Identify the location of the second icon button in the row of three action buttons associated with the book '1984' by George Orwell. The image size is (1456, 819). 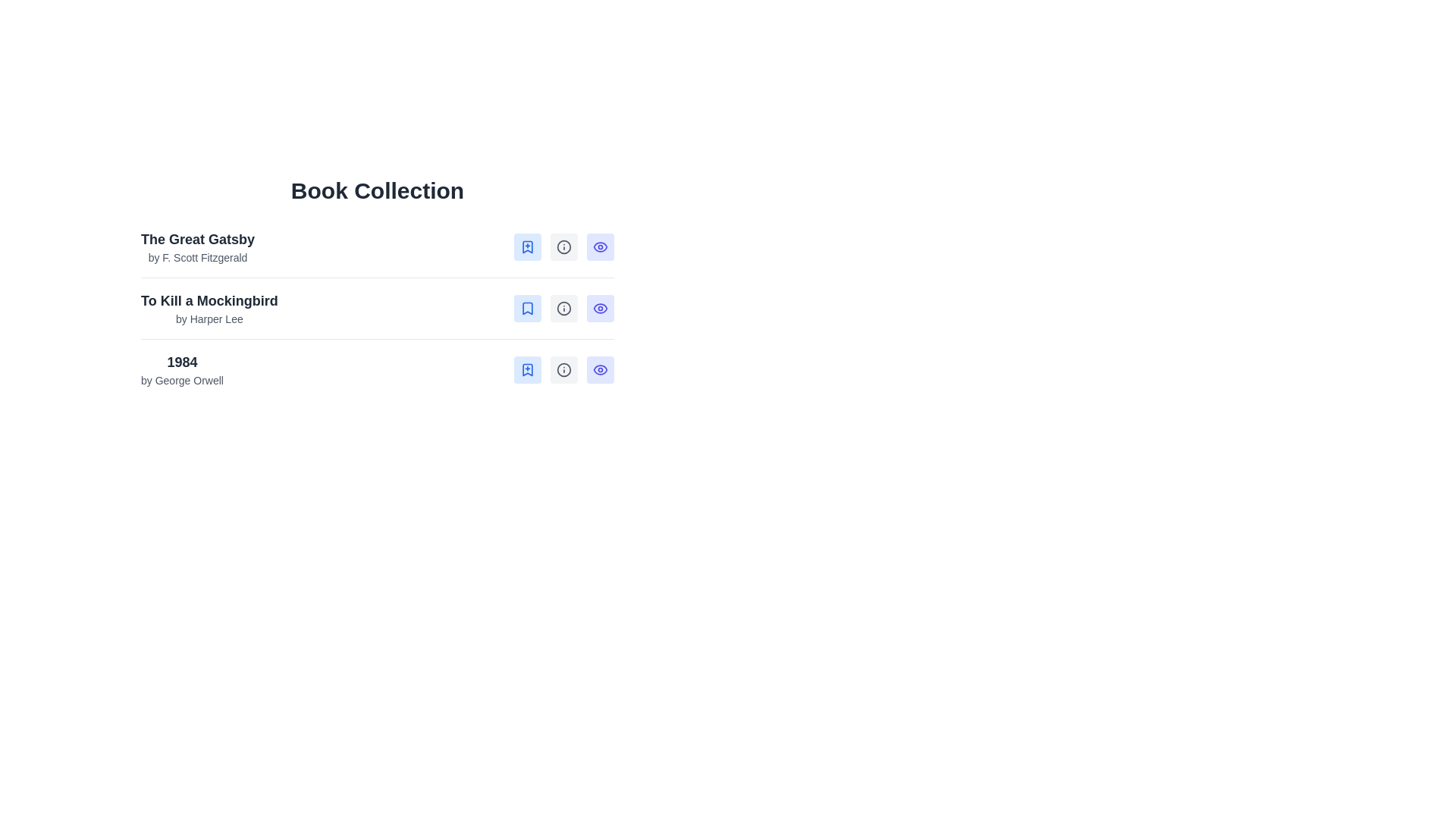
(563, 370).